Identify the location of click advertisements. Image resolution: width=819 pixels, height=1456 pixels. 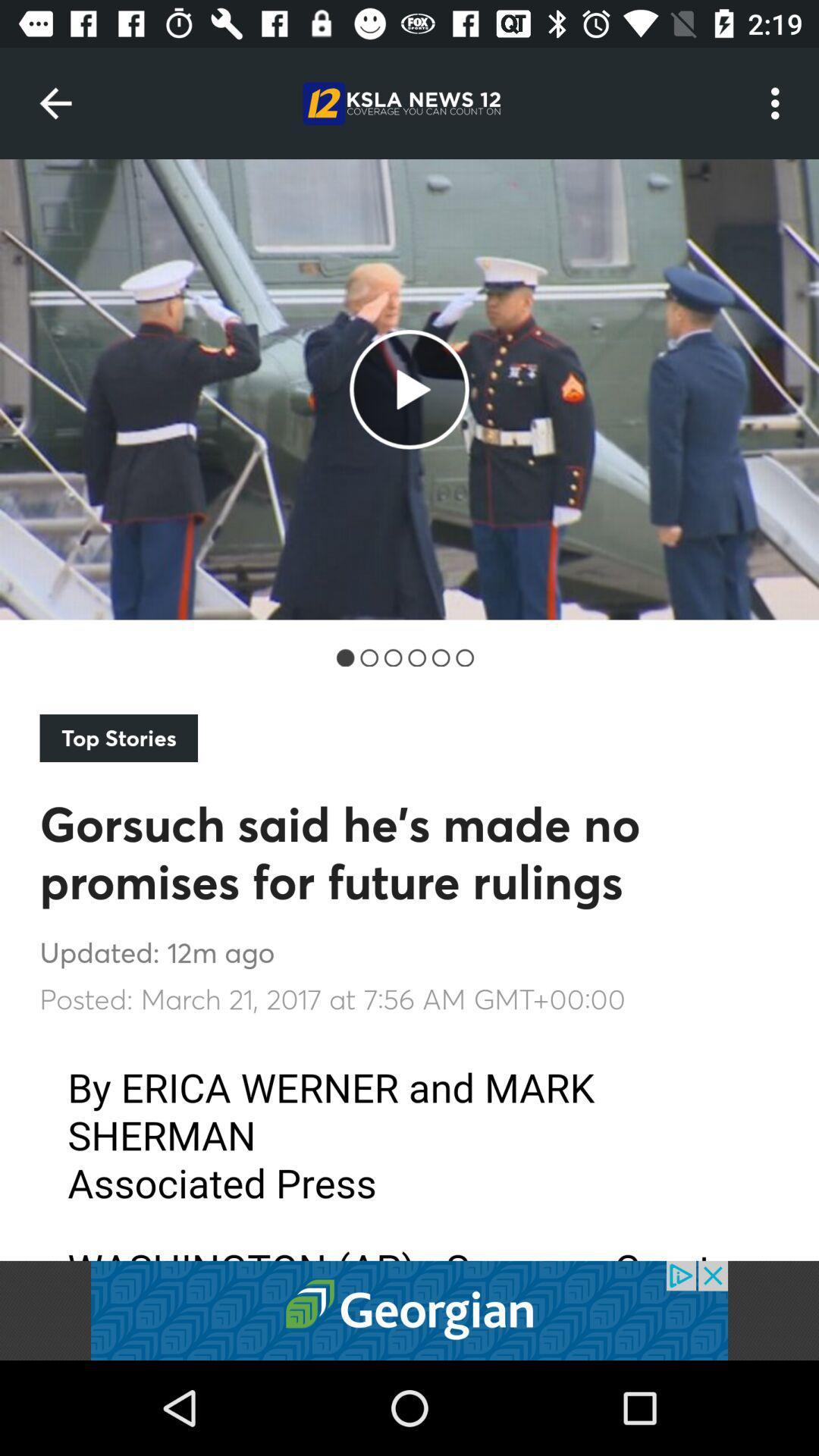
(409, 1310).